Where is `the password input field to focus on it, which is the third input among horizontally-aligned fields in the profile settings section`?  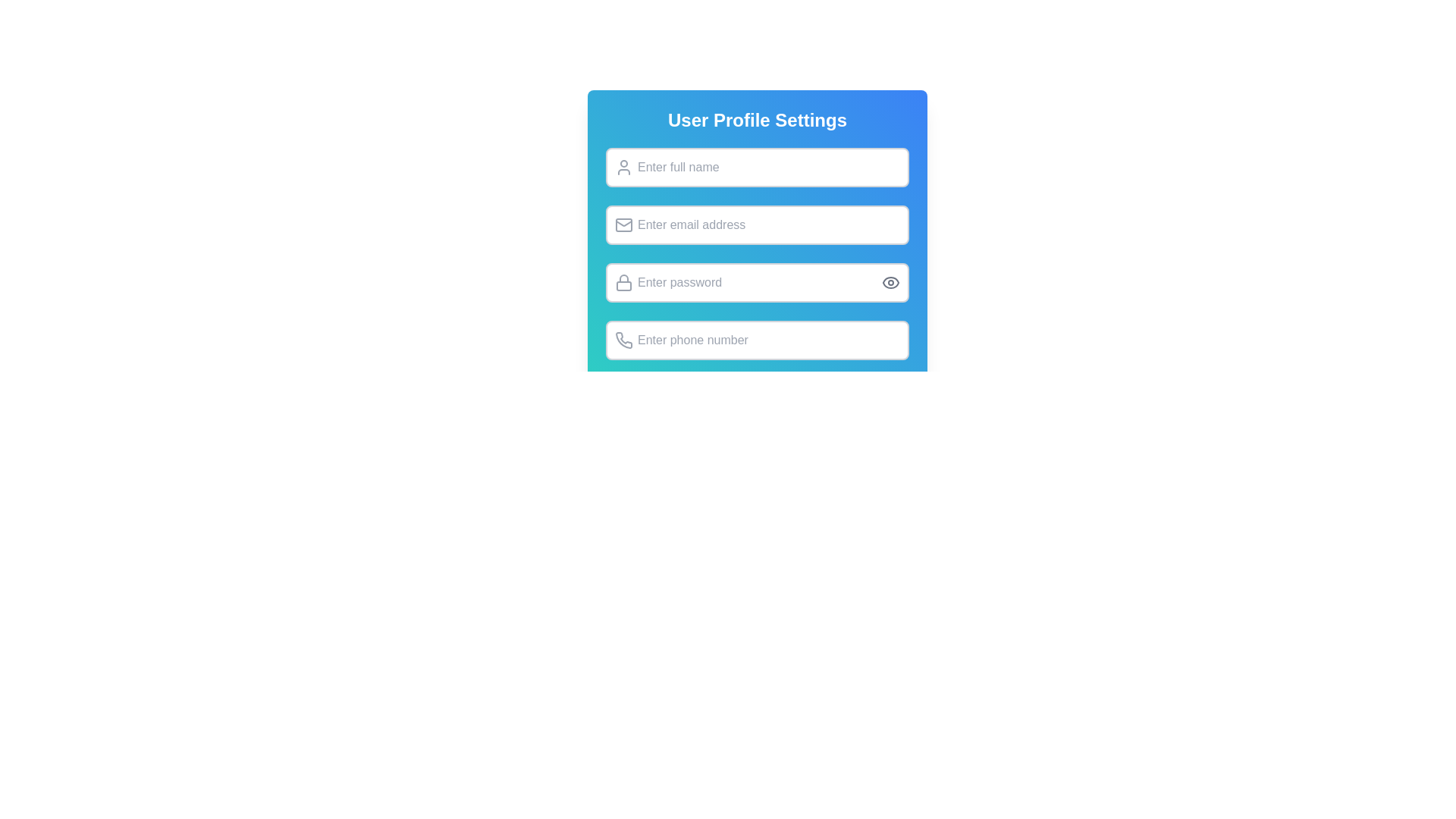
the password input field to focus on it, which is the third input among horizontally-aligned fields in the profile settings section is located at coordinates (757, 283).